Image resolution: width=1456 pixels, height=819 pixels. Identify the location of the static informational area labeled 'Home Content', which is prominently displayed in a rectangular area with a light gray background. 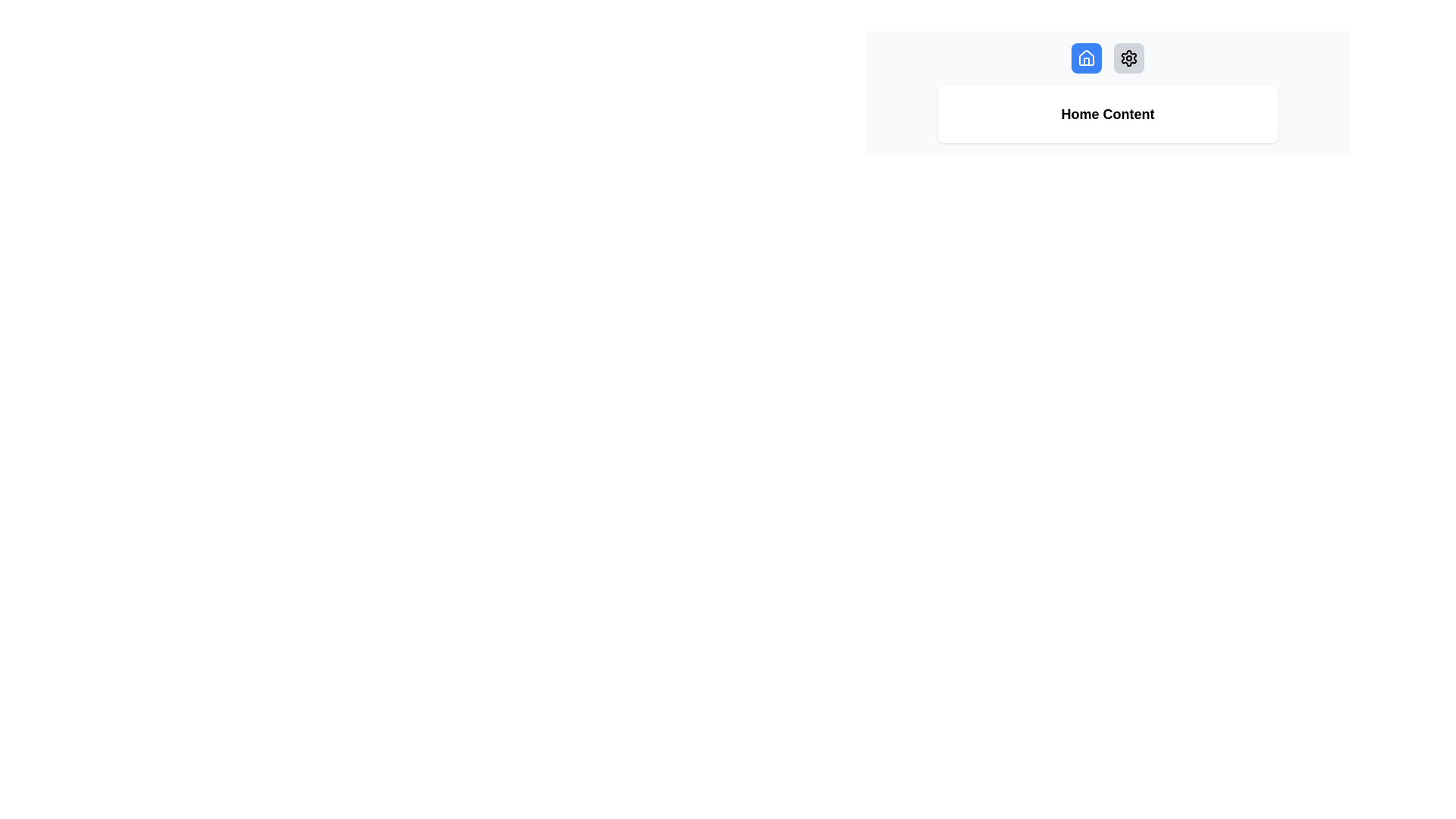
(1107, 93).